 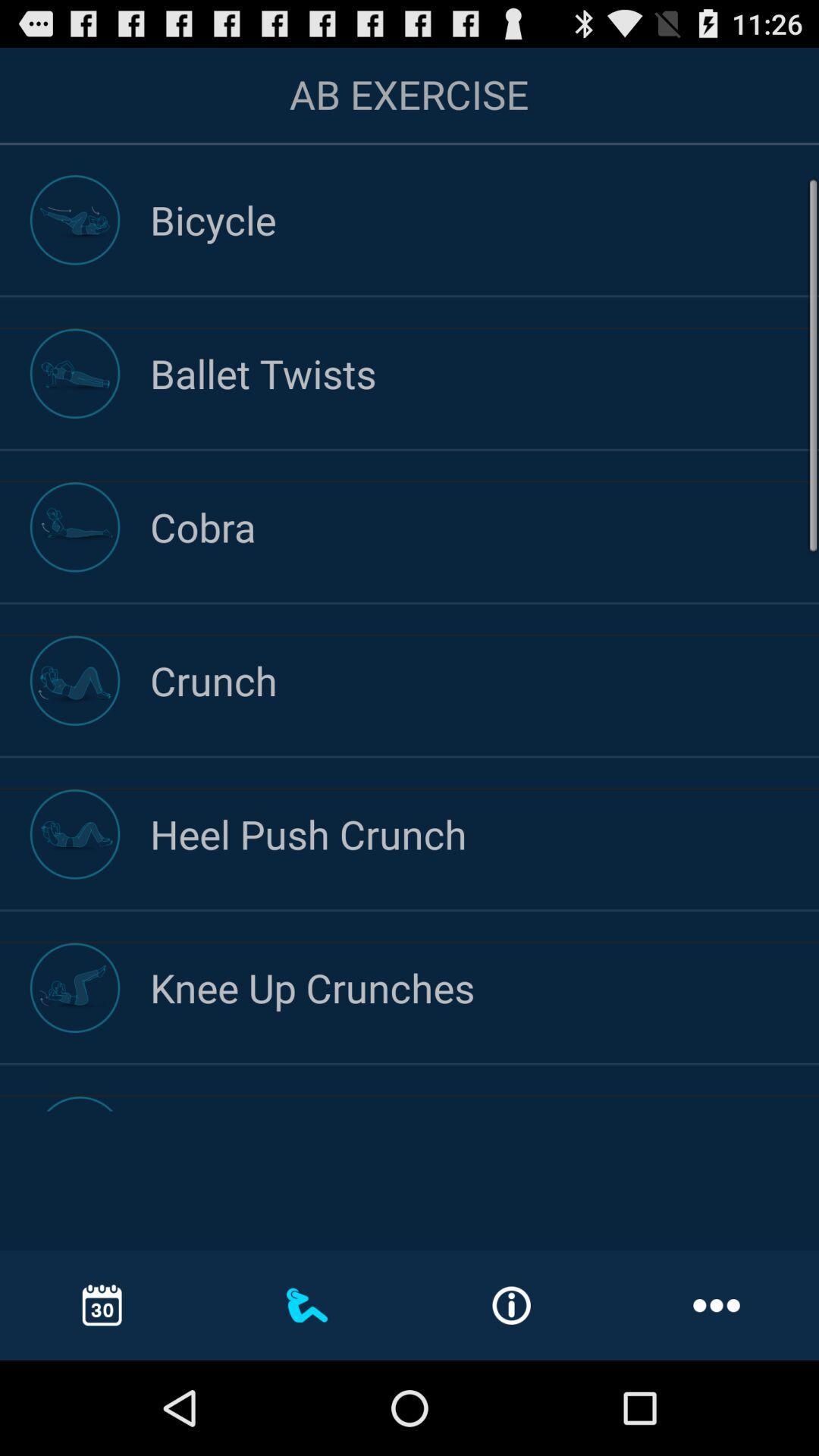 I want to click on icon beside knee up crunches, so click(x=75, y=987).